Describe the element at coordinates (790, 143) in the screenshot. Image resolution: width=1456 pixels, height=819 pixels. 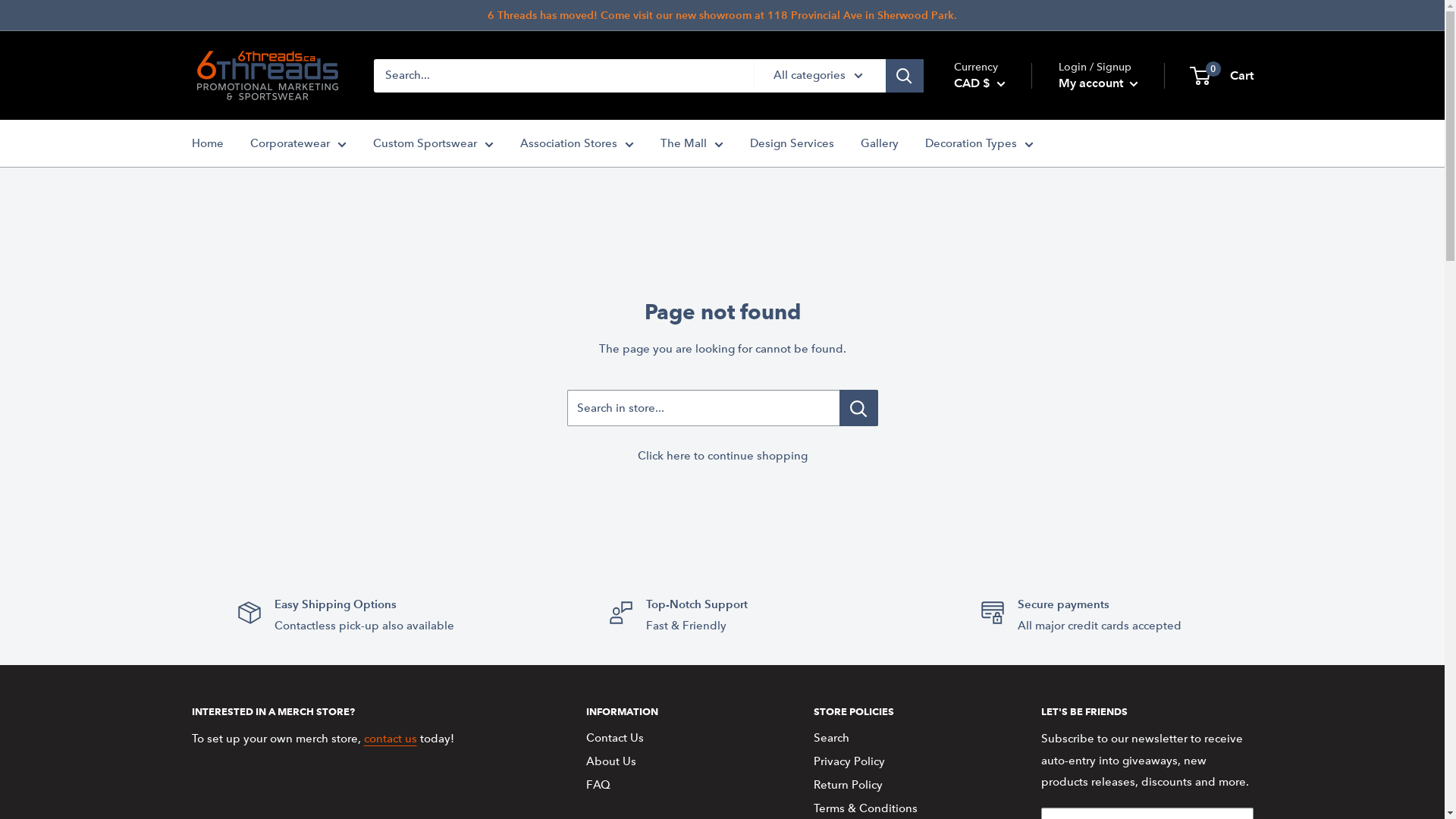
I see `'Design Services'` at that location.